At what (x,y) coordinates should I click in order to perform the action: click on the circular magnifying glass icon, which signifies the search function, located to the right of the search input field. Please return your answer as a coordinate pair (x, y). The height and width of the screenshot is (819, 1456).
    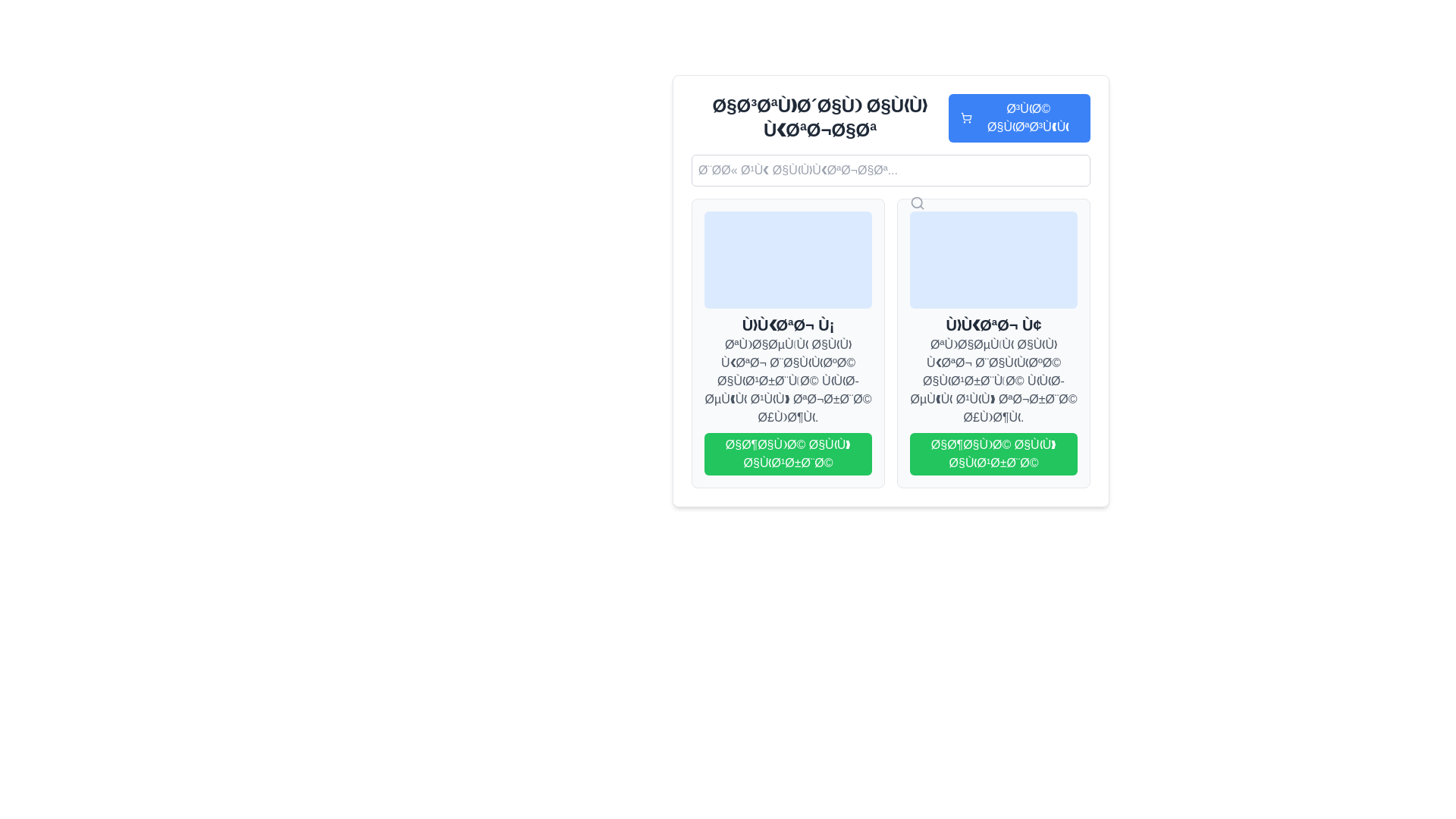
    Looking at the image, I should click on (916, 202).